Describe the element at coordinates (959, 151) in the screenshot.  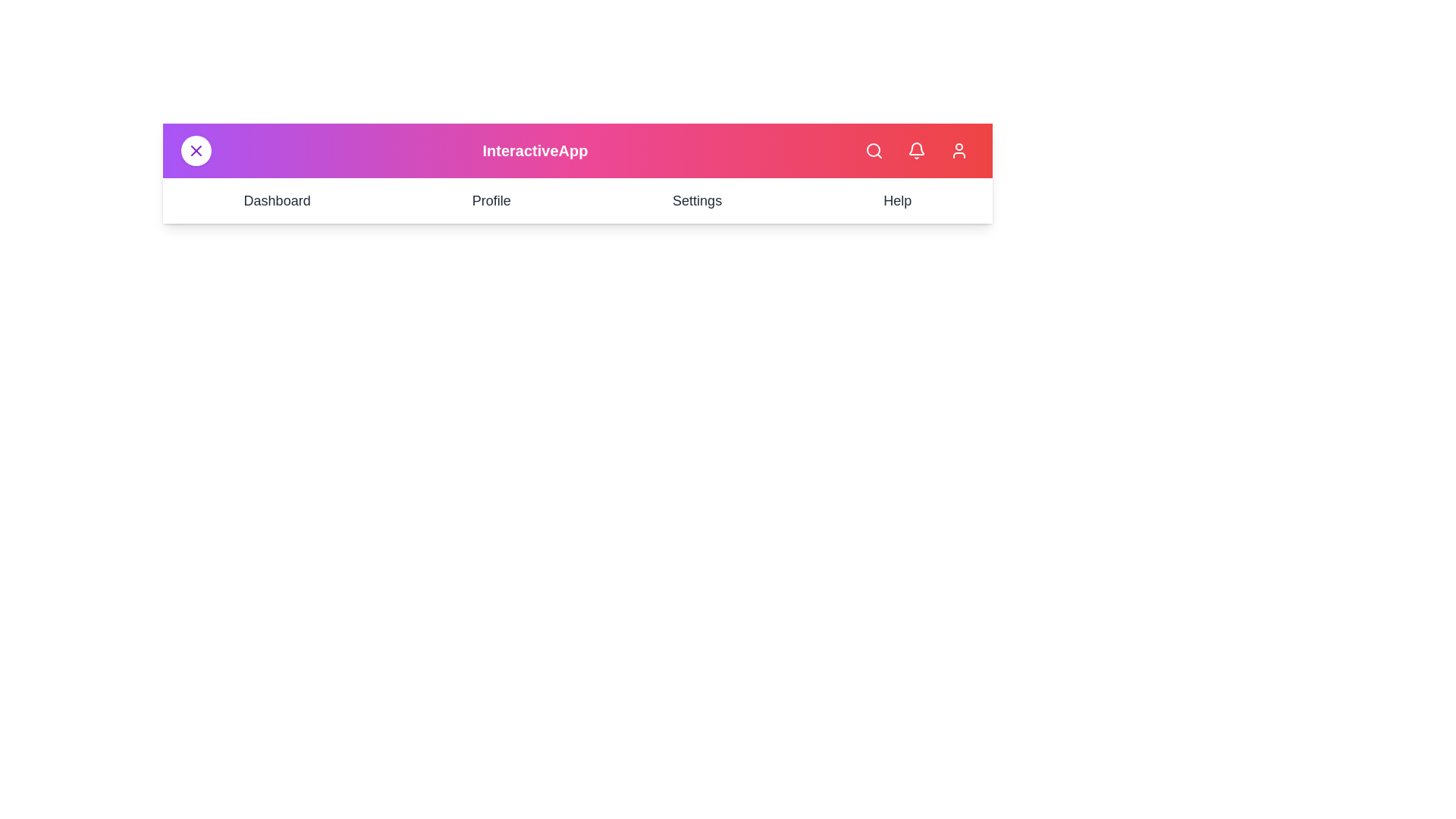
I see `the user icon to access user-related actions or settings` at that location.